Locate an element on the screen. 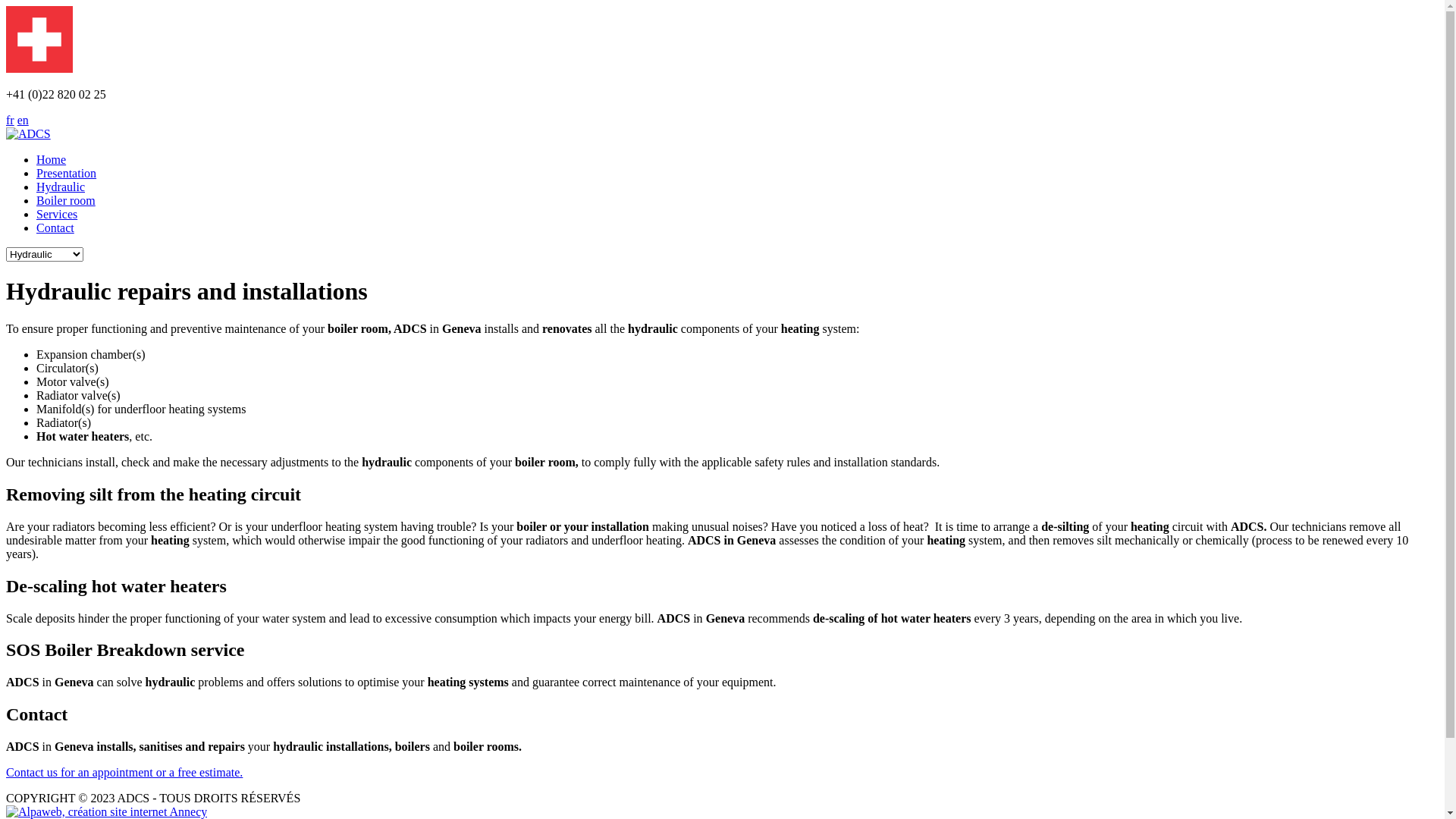  'fr' is located at coordinates (6, 119).